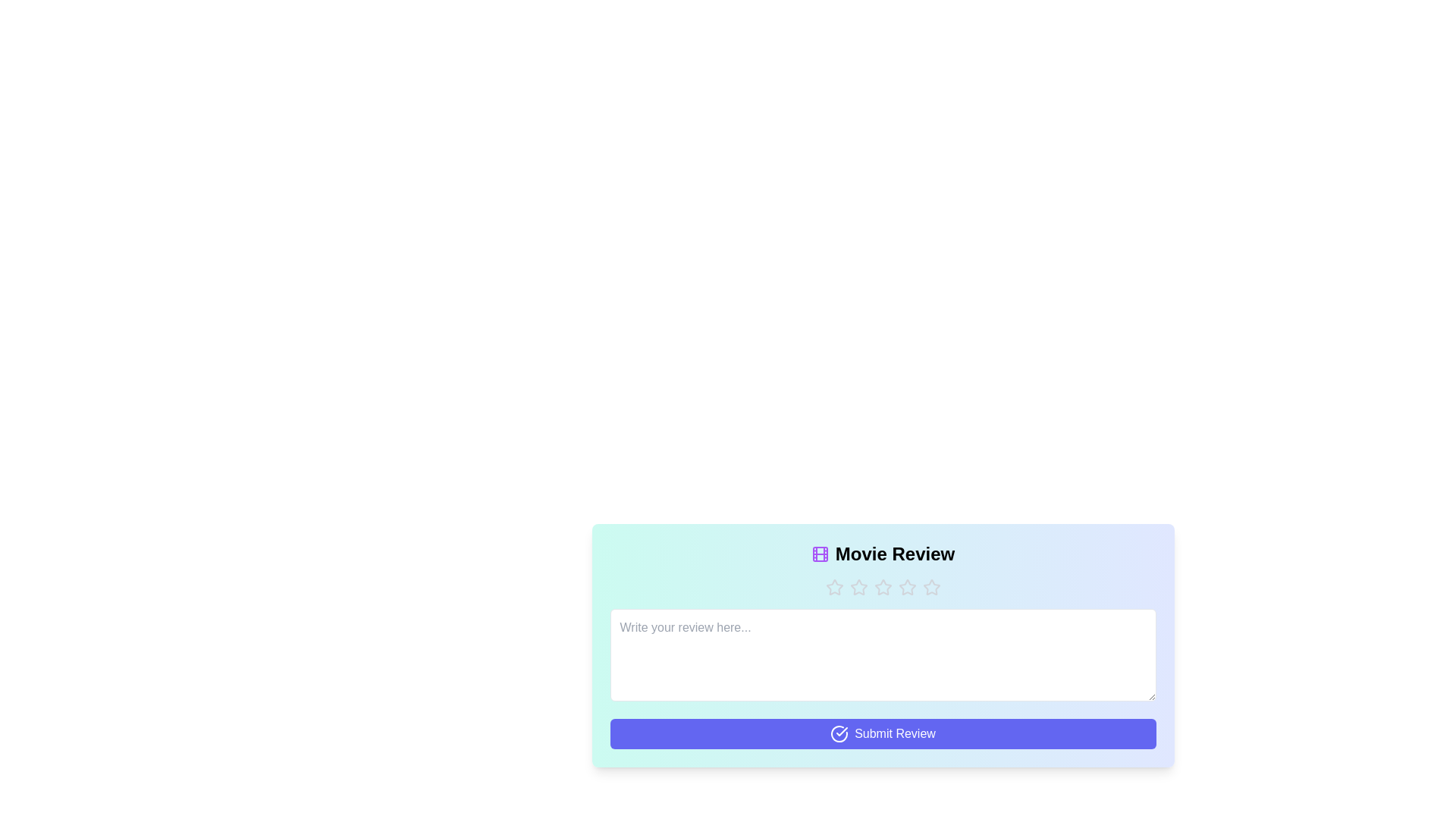  What do you see at coordinates (883, 733) in the screenshot?
I see `'Submit Review' button to submit the review` at bounding box center [883, 733].